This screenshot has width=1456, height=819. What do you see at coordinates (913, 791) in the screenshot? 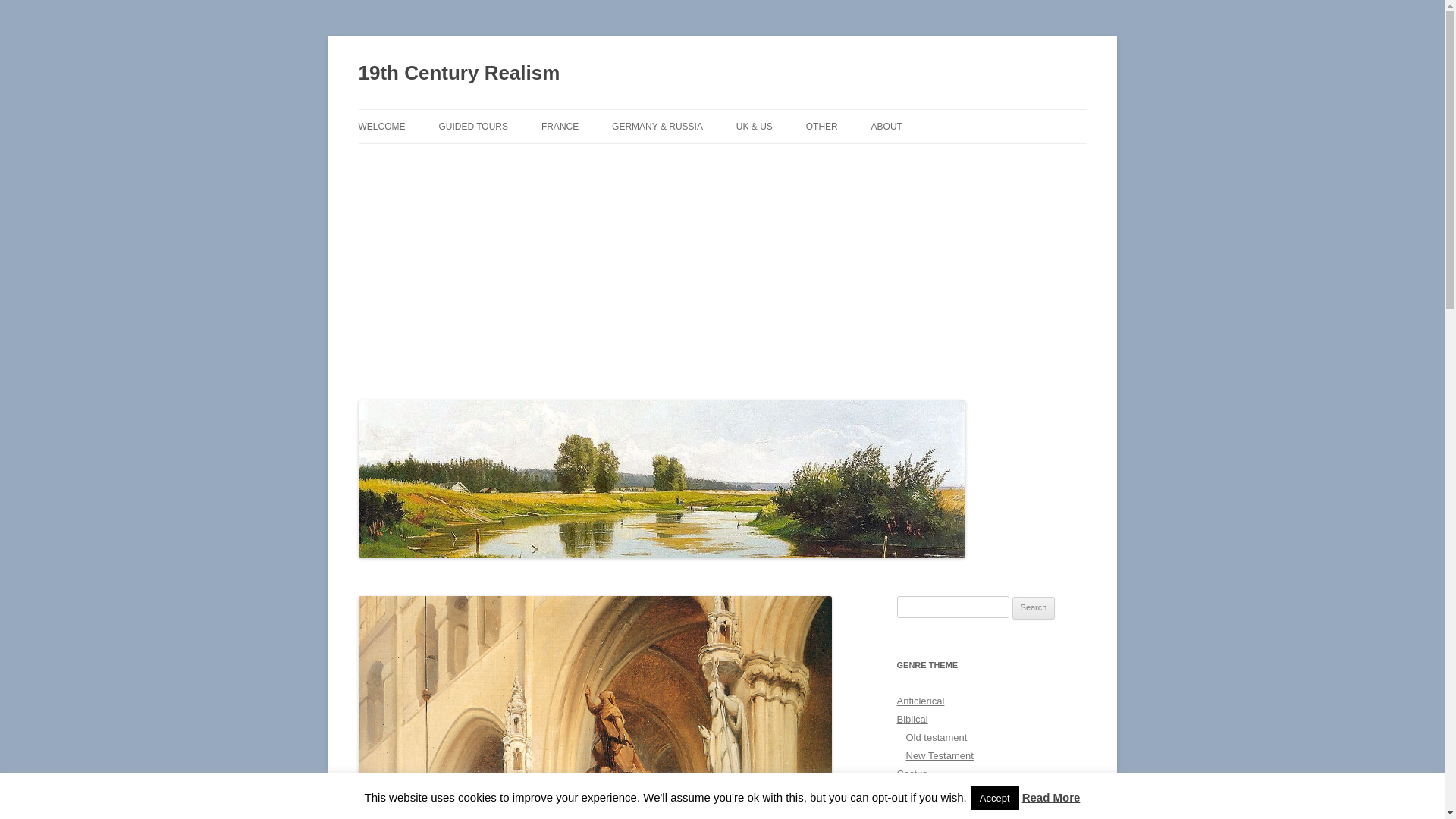
I see `'Children'` at bounding box center [913, 791].